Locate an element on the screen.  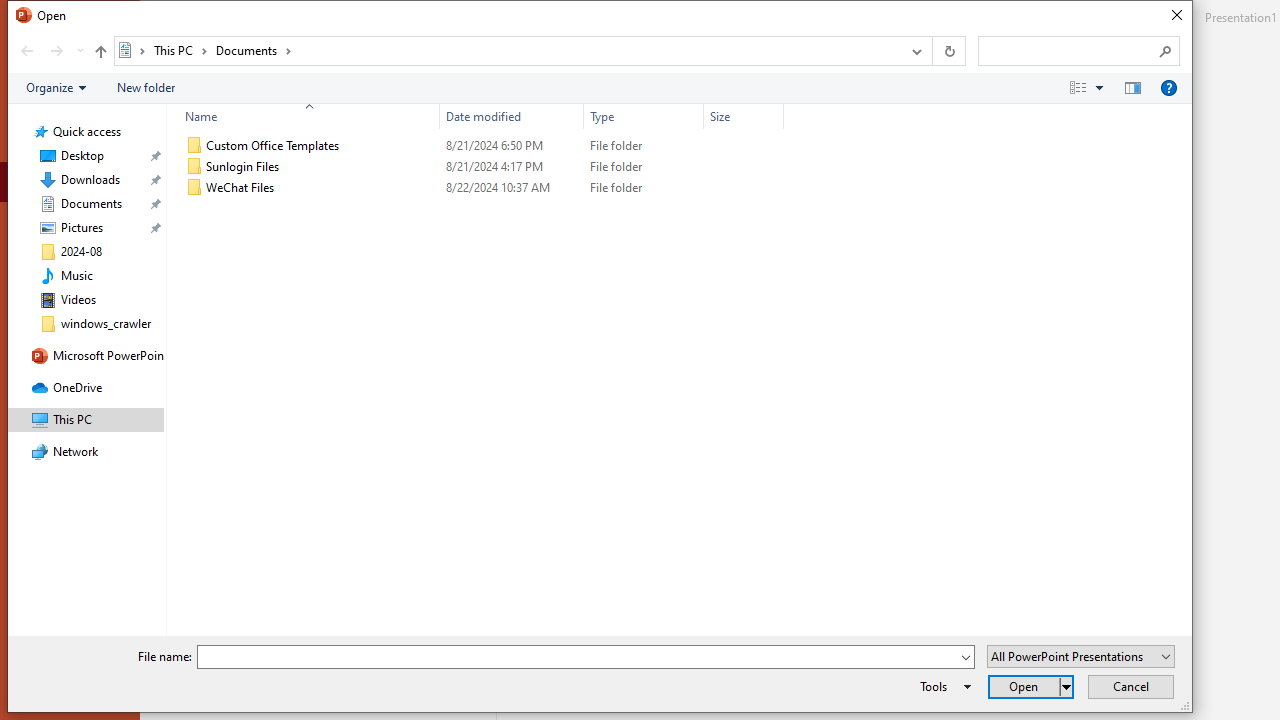
'&Help' is located at coordinates (1168, 86).